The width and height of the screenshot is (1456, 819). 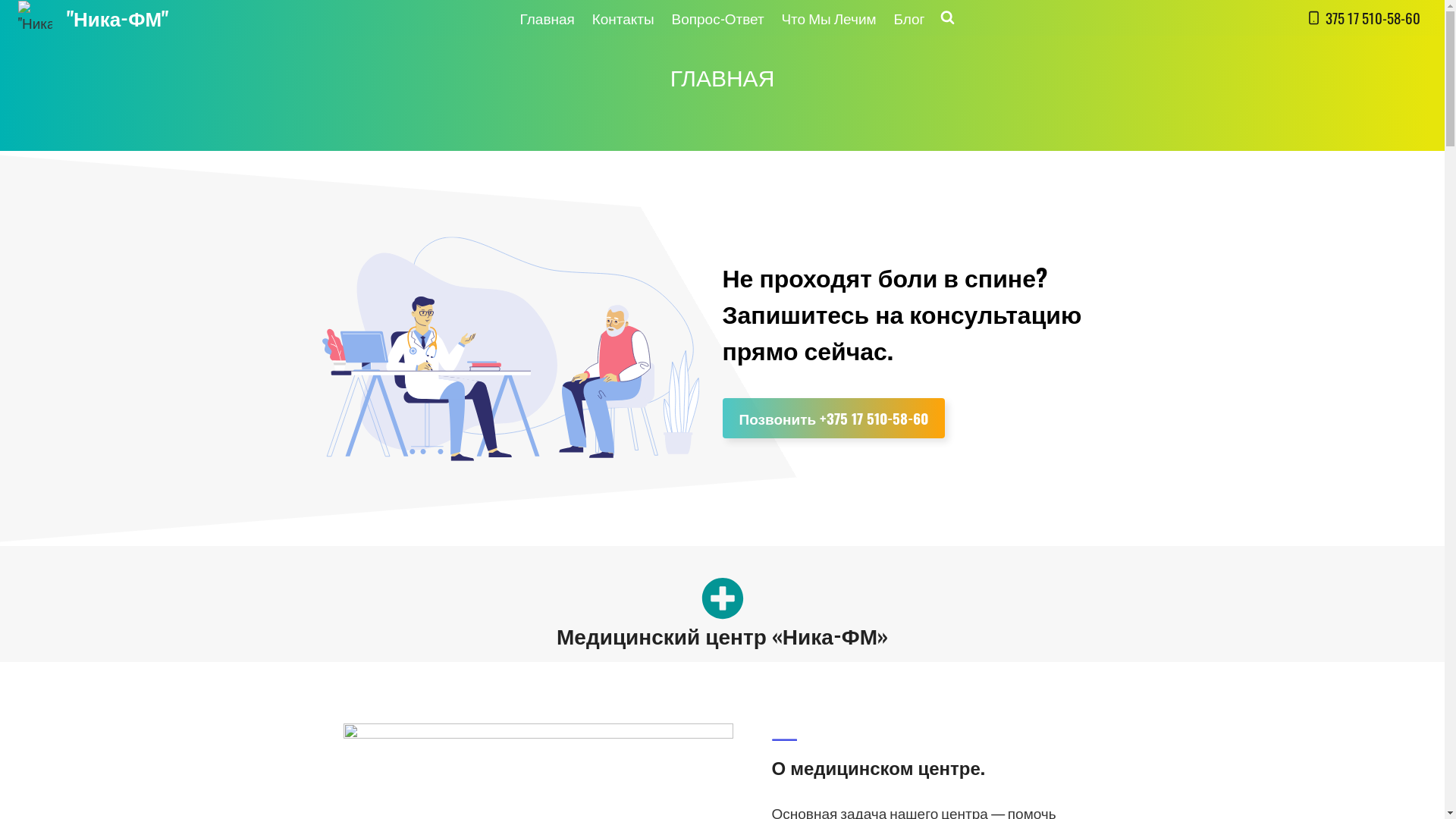 What do you see at coordinates (1363, 17) in the screenshot?
I see `'375 17 510-58-60'` at bounding box center [1363, 17].